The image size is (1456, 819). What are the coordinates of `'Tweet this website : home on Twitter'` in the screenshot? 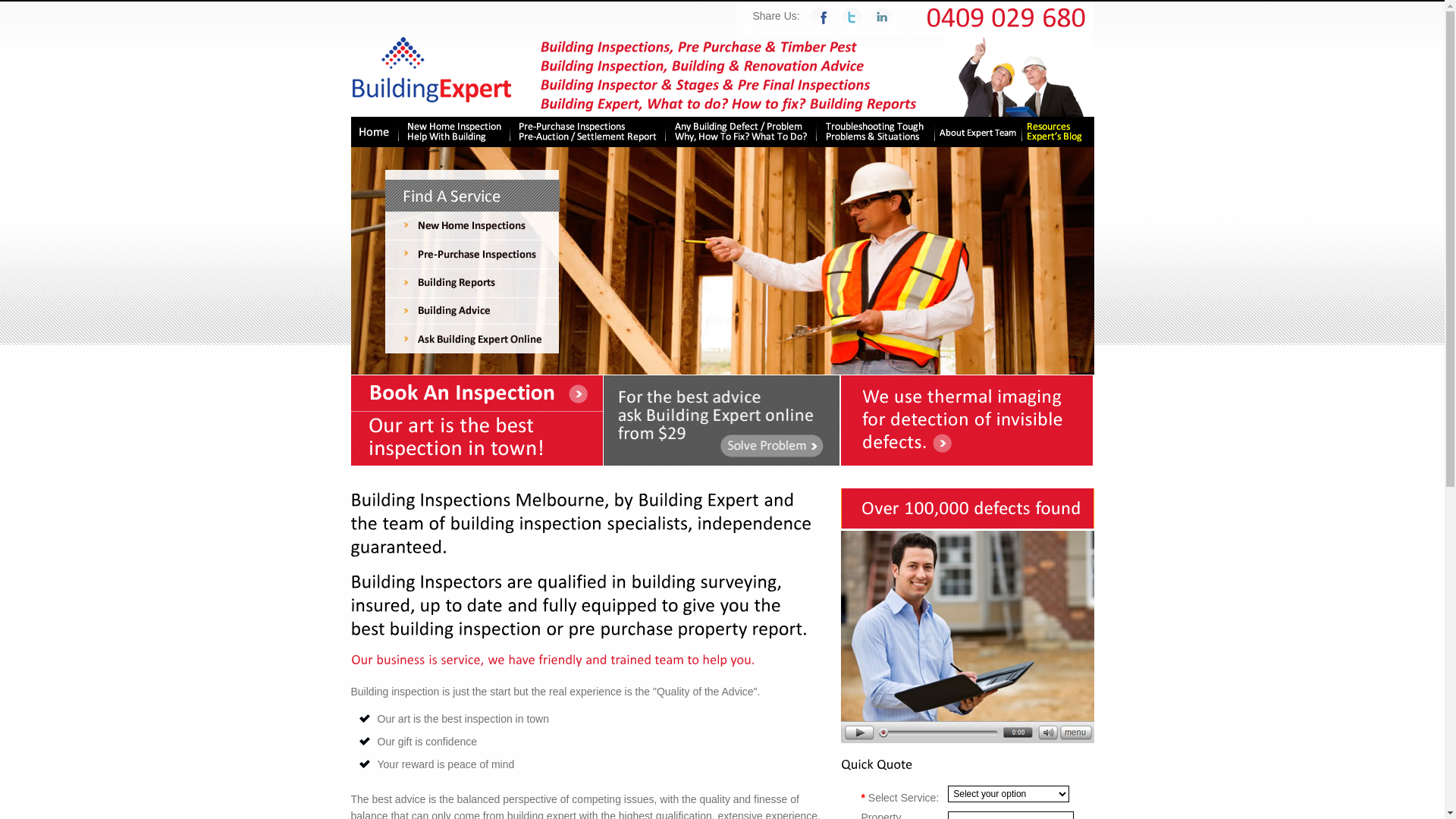 It's located at (852, 15).